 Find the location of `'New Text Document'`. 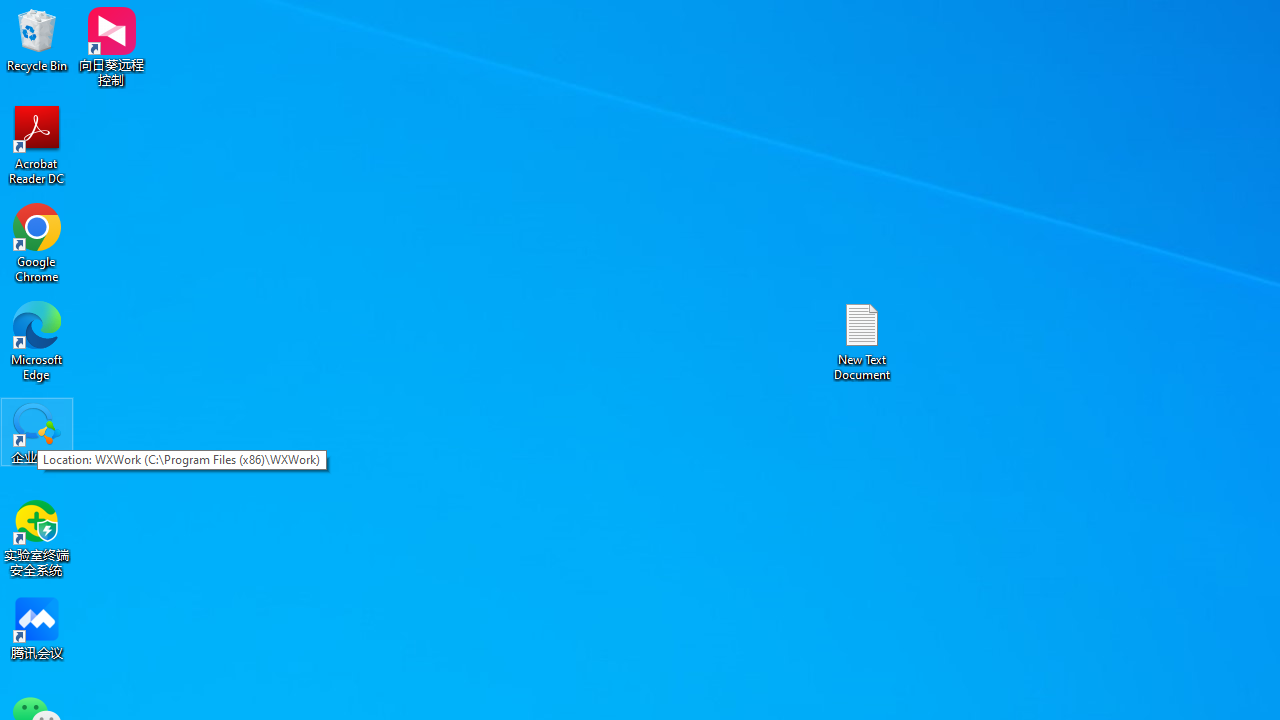

'New Text Document' is located at coordinates (862, 340).